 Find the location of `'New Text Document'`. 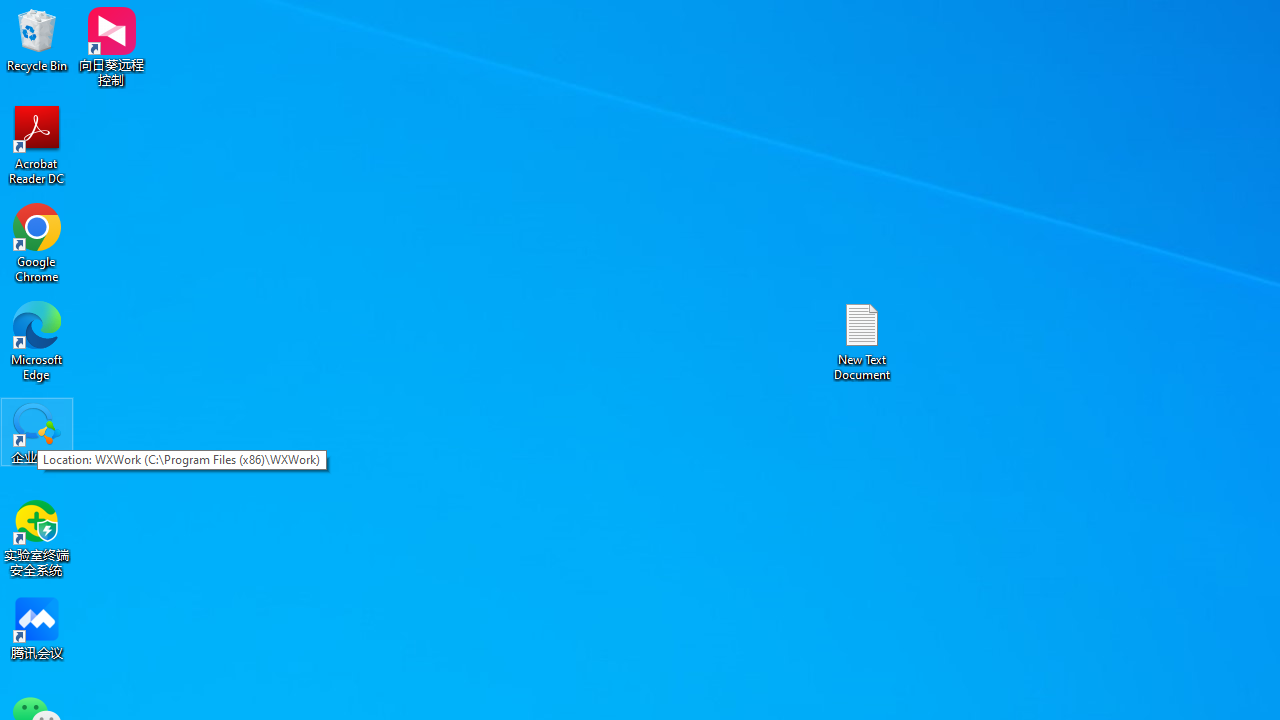

'New Text Document' is located at coordinates (862, 340).